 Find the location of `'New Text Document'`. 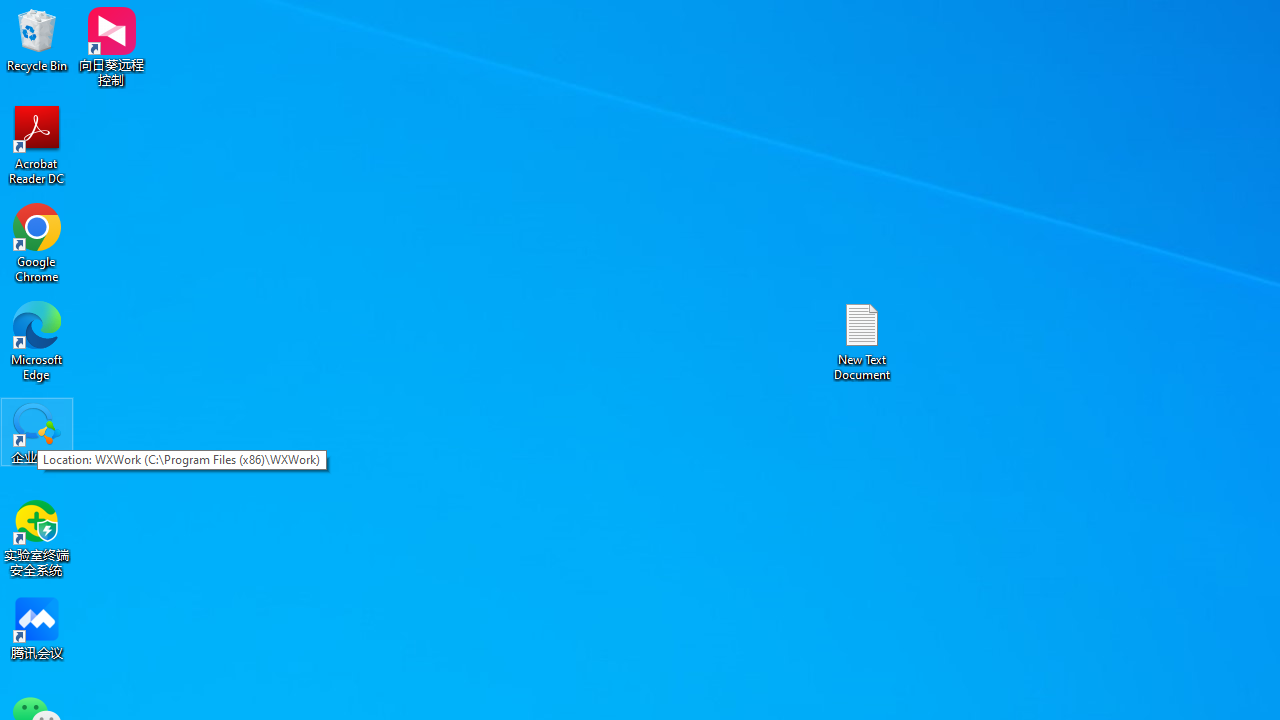

'New Text Document' is located at coordinates (862, 340).